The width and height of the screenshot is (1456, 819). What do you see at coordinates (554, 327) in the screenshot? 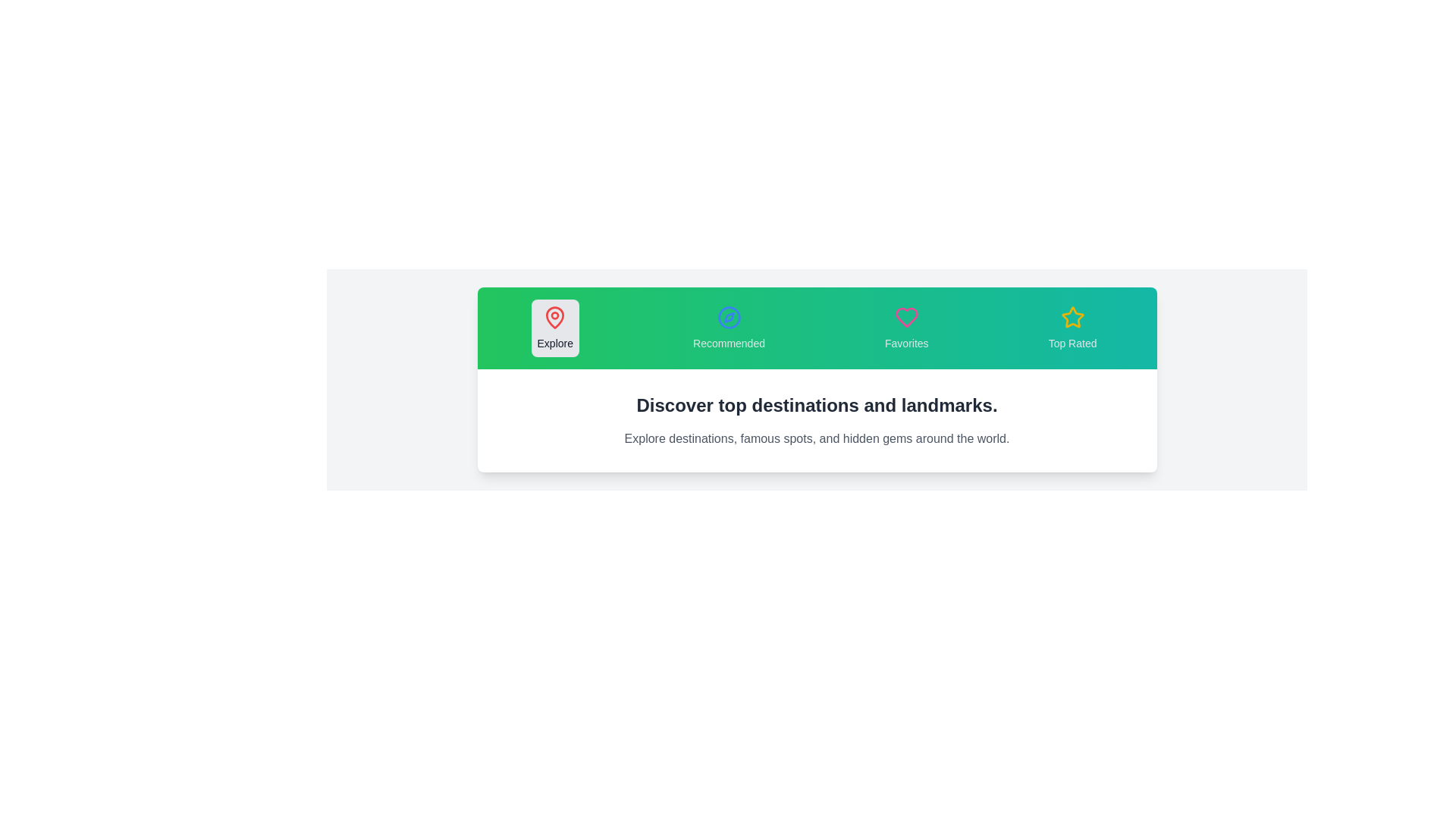
I see `the tab labeled Explore to observe its hover effect` at bounding box center [554, 327].